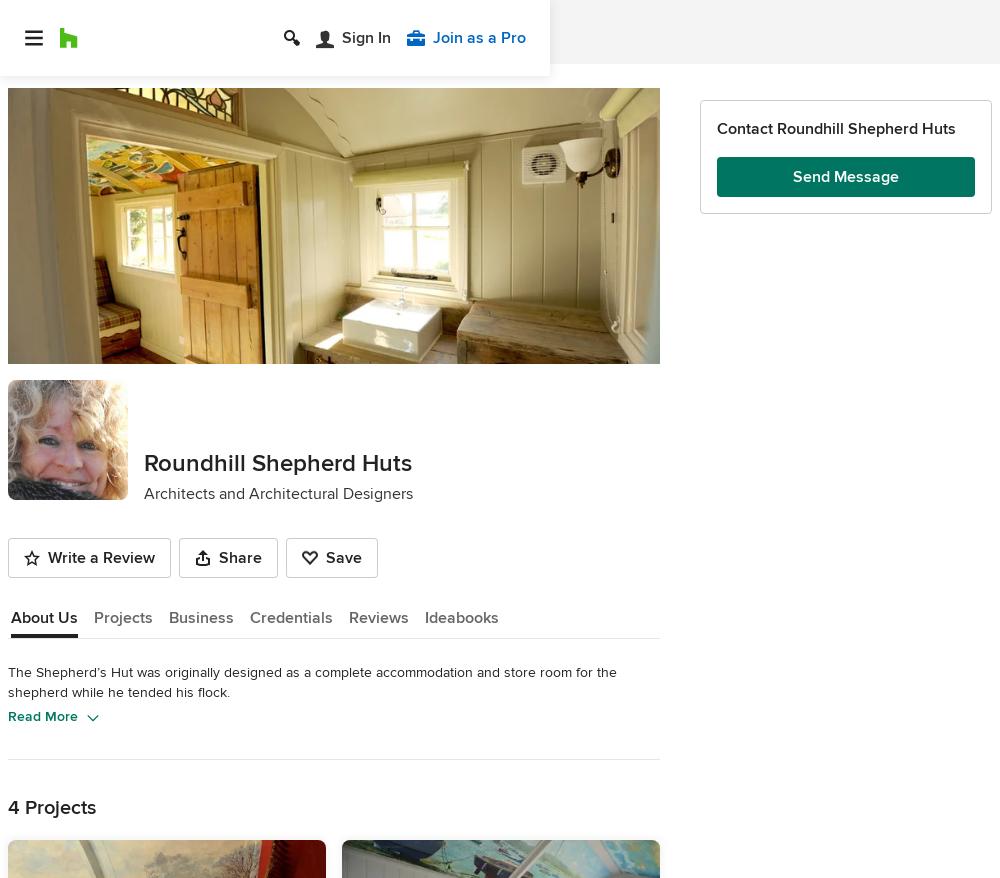 This screenshot has height=878, width=1000. What do you see at coordinates (348, 615) in the screenshot?
I see `'Reviews'` at bounding box center [348, 615].